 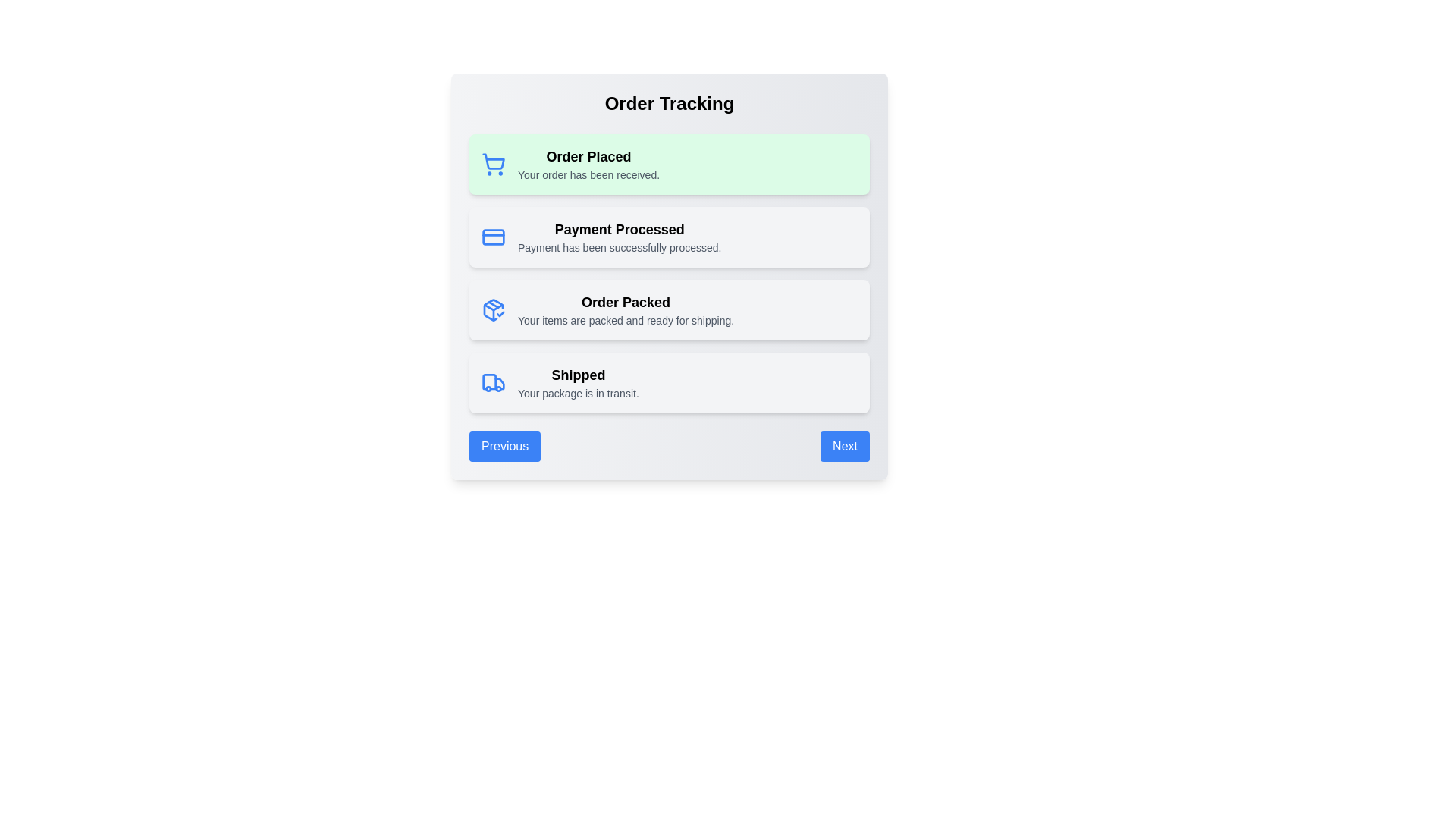 I want to click on status text from the second card in the vertical list of status cards in the 'Order Tracking' section, which indicates that the payment has been successfully processed, so click(x=669, y=237).